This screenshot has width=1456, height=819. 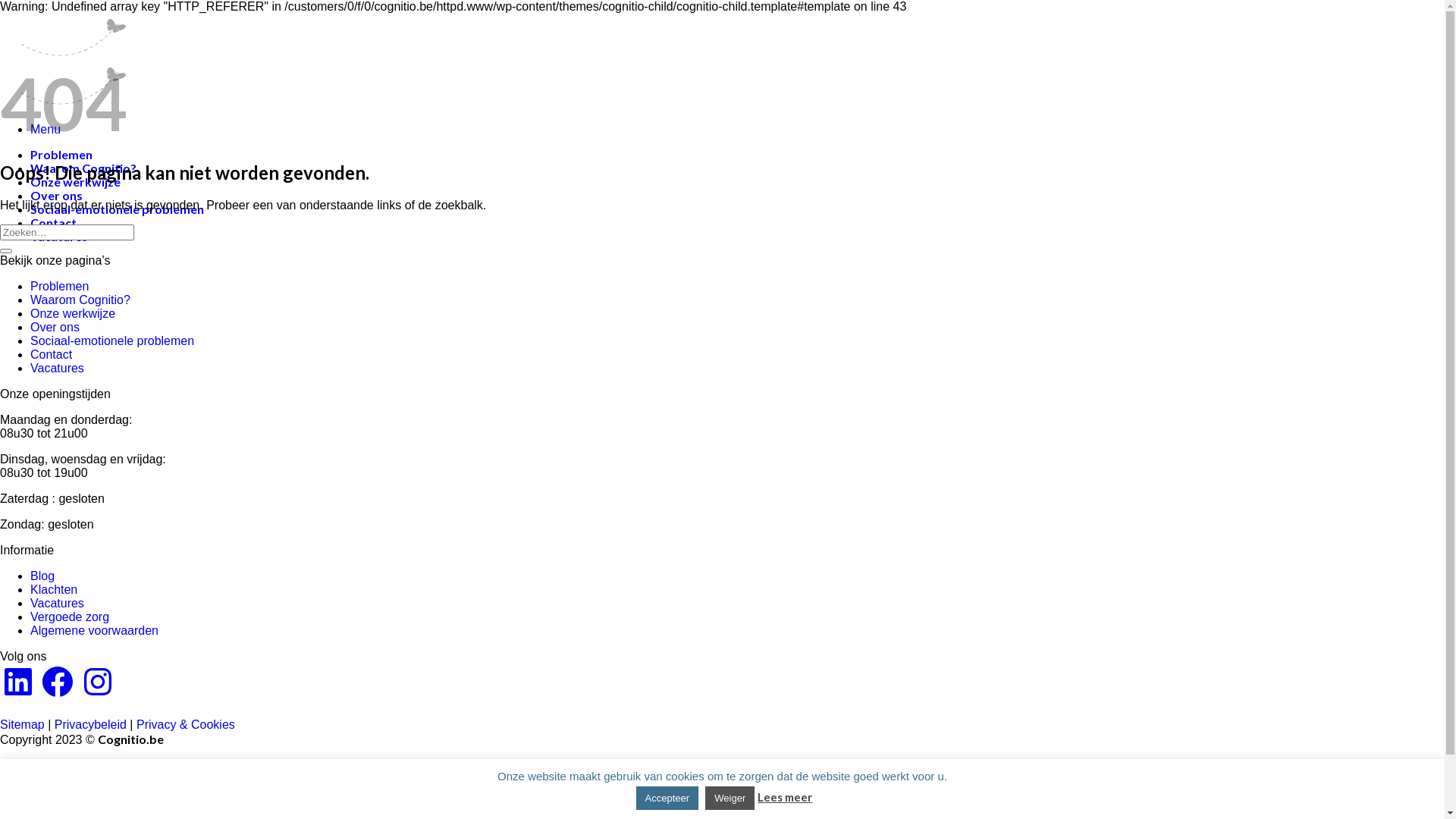 What do you see at coordinates (116, 209) in the screenshot?
I see `'Sociaal-emotionele problemen'` at bounding box center [116, 209].